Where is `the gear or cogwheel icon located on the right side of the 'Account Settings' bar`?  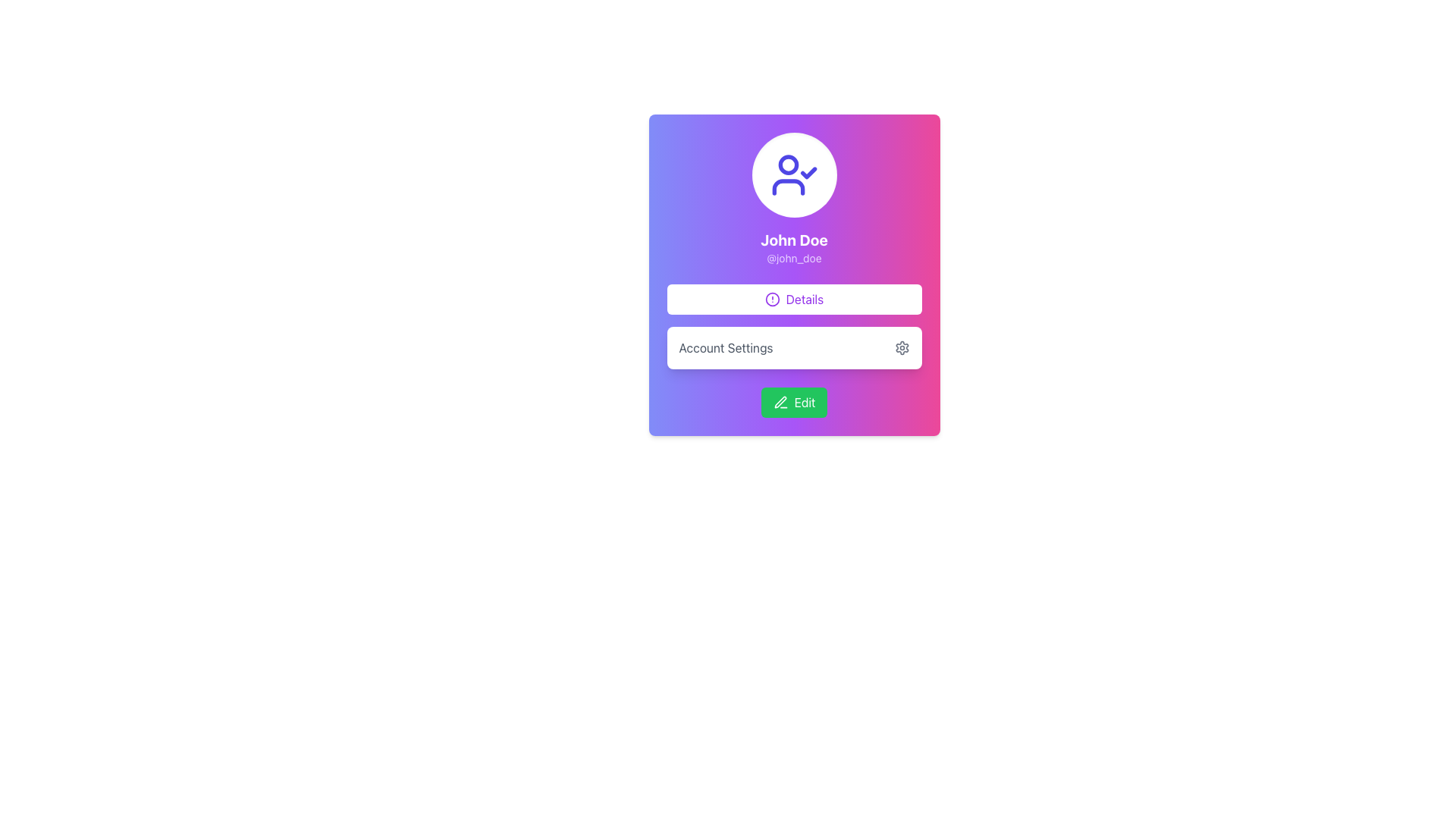 the gear or cogwheel icon located on the right side of the 'Account Settings' bar is located at coordinates (902, 348).